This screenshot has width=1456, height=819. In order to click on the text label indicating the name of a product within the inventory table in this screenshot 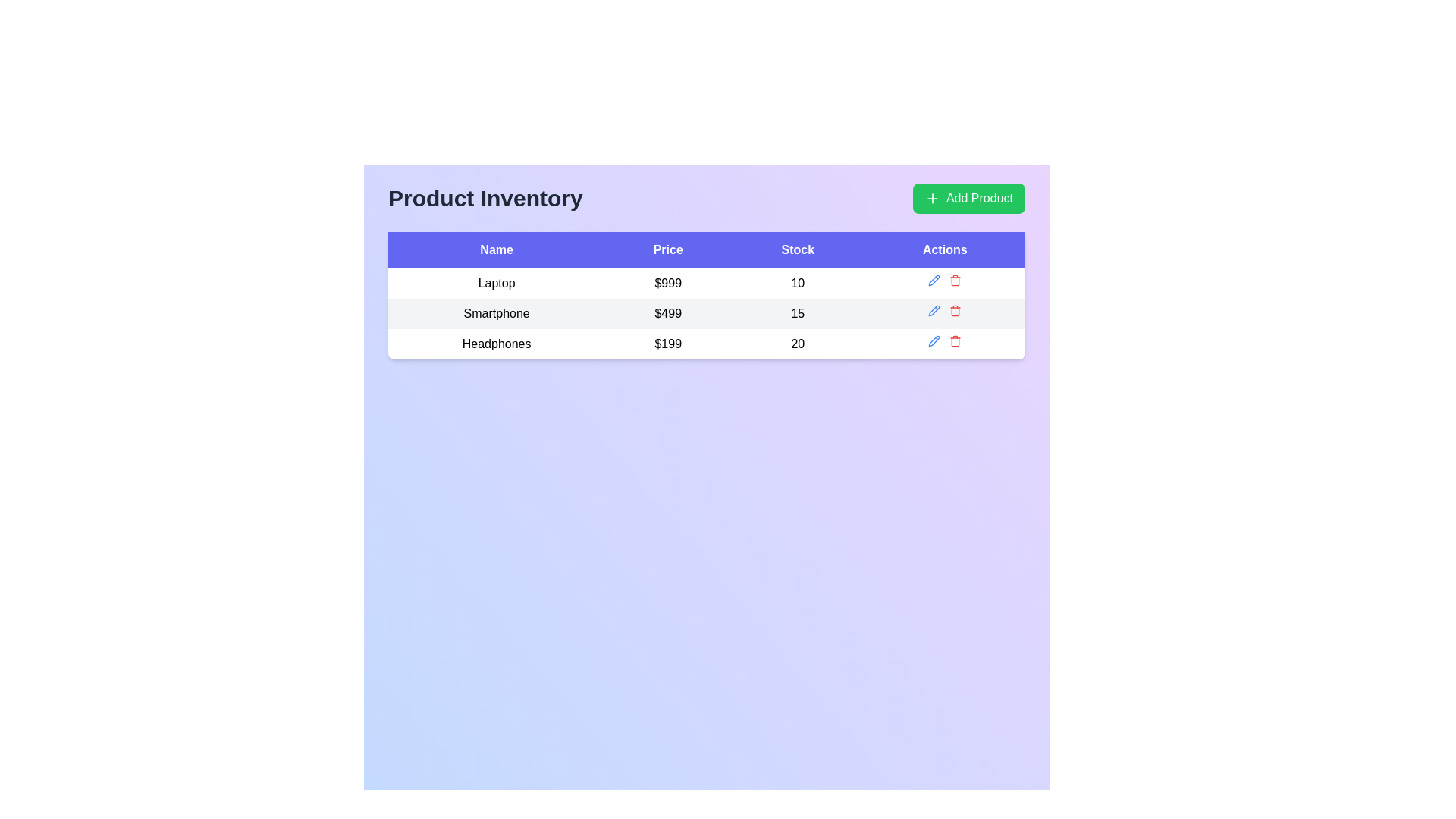, I will do `click(497, 312)`.